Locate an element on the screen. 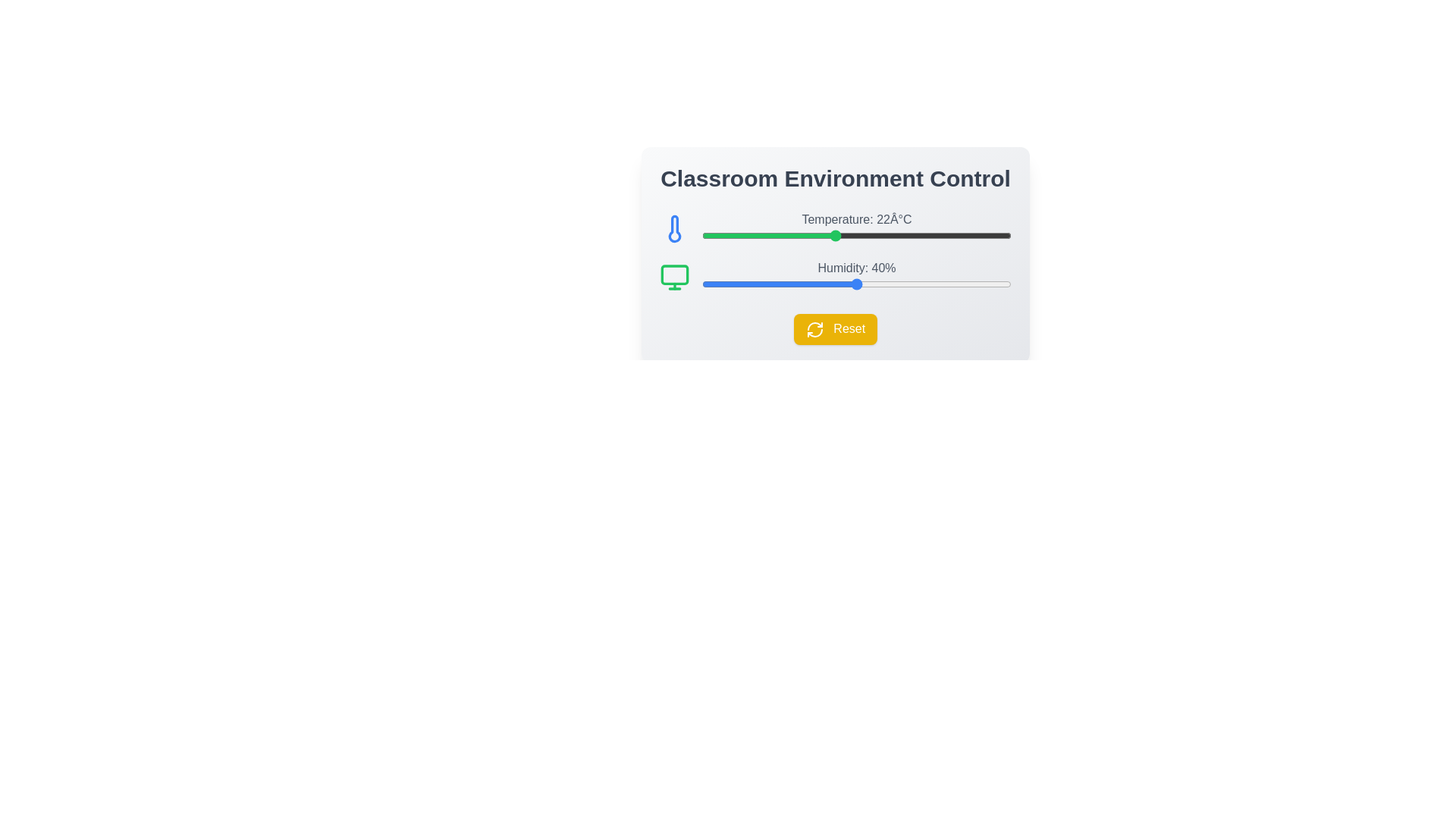  the humidity slider to set it to 57% is located at coordinates (988, 284).